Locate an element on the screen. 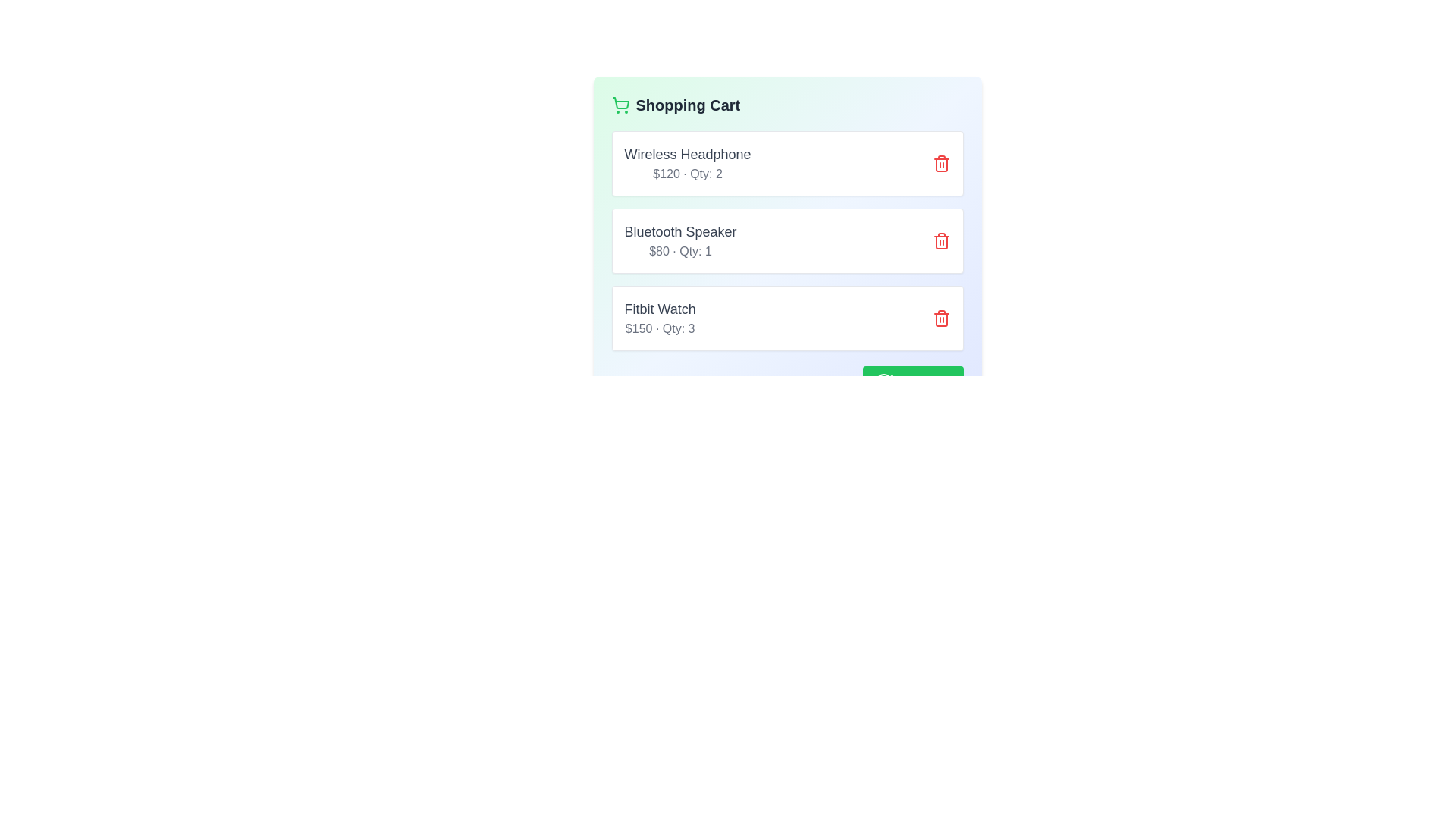 Image resolution: width=1456 pixels, height=819 pixels. delete button next to the item Wireless Headphone to remove it from the cart is located at coordinates (940, 164).